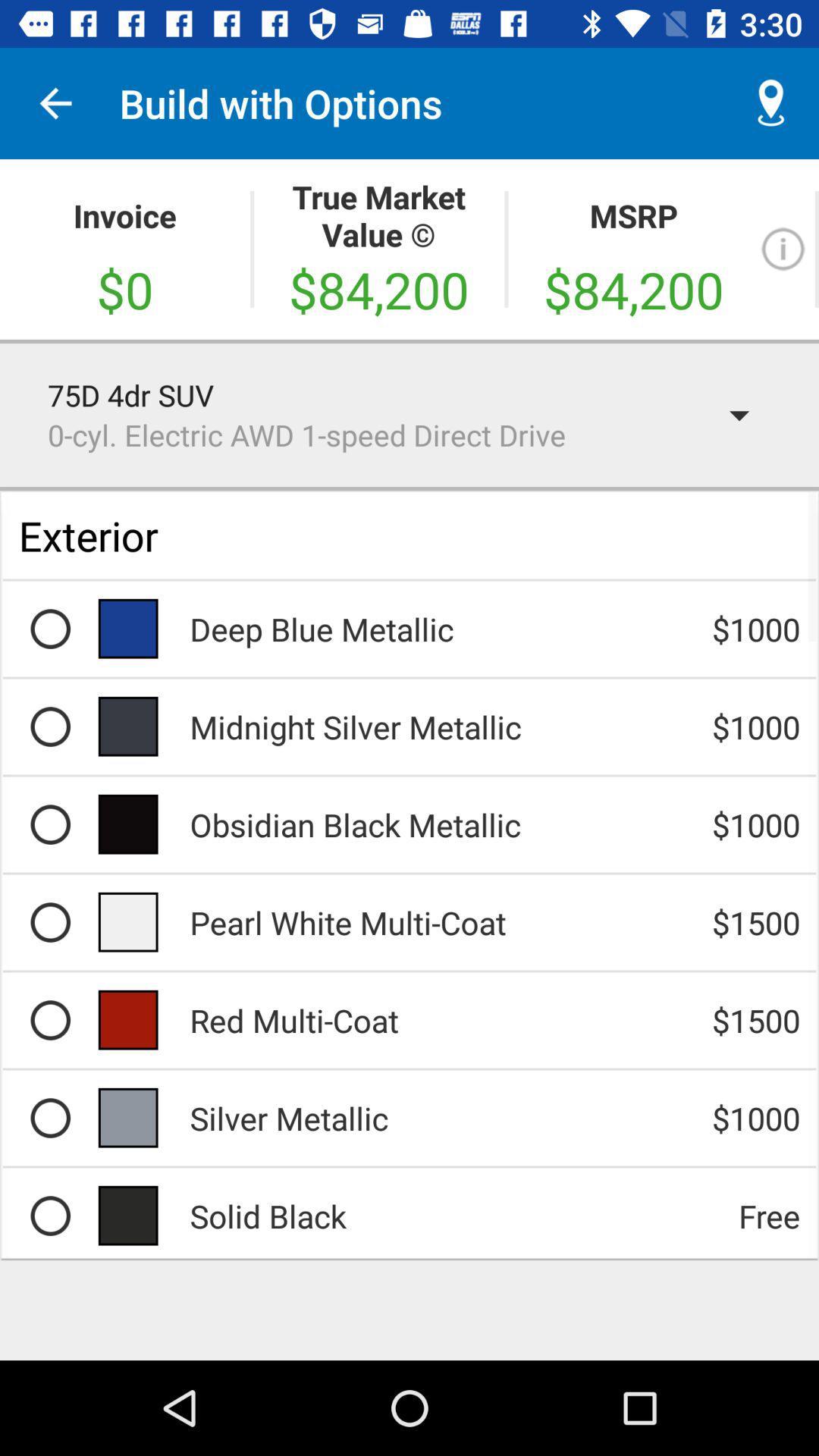  I want to click on color, so click(49, 921).